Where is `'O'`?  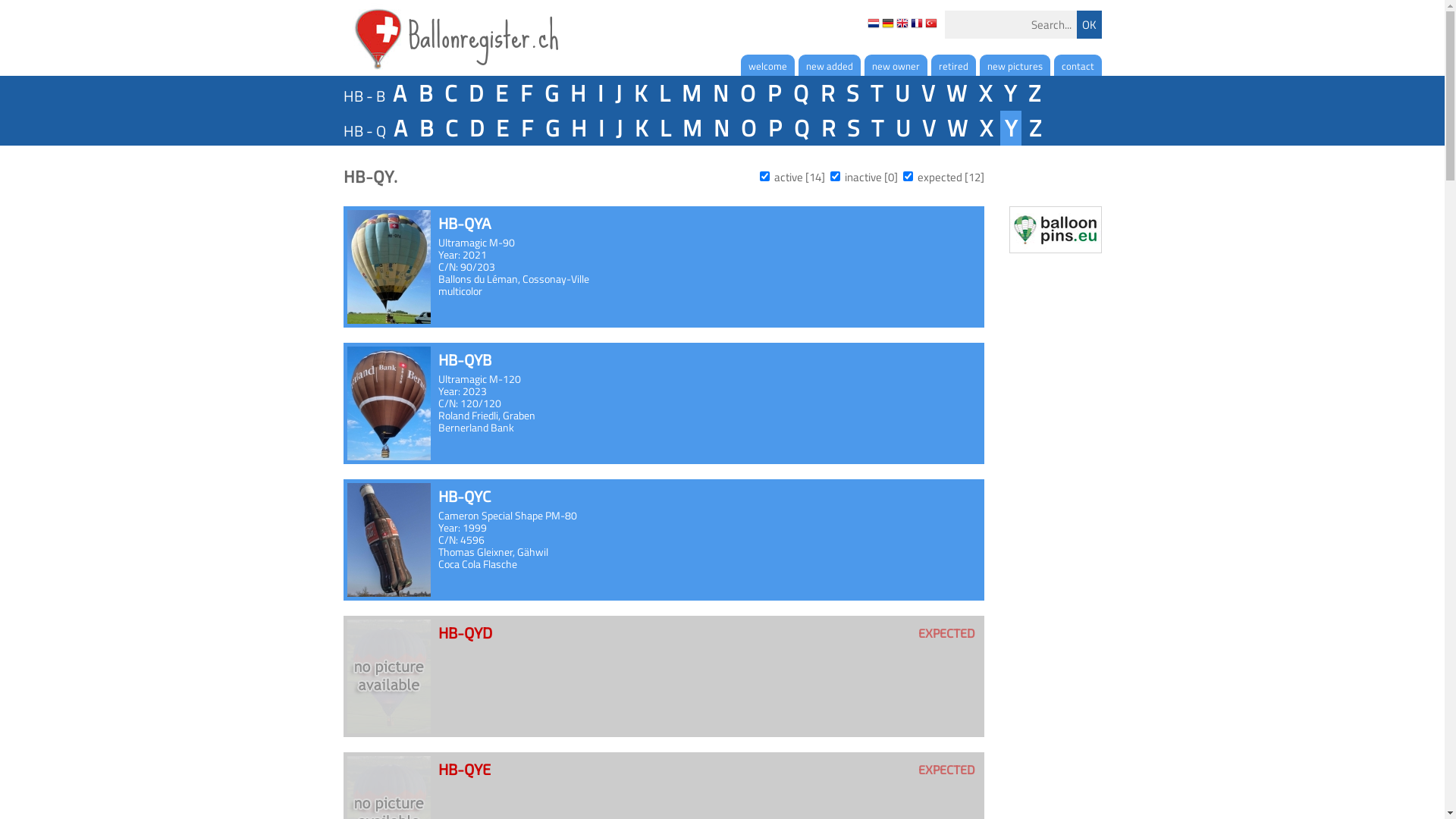
'O' is located at coordinates (747, 127).